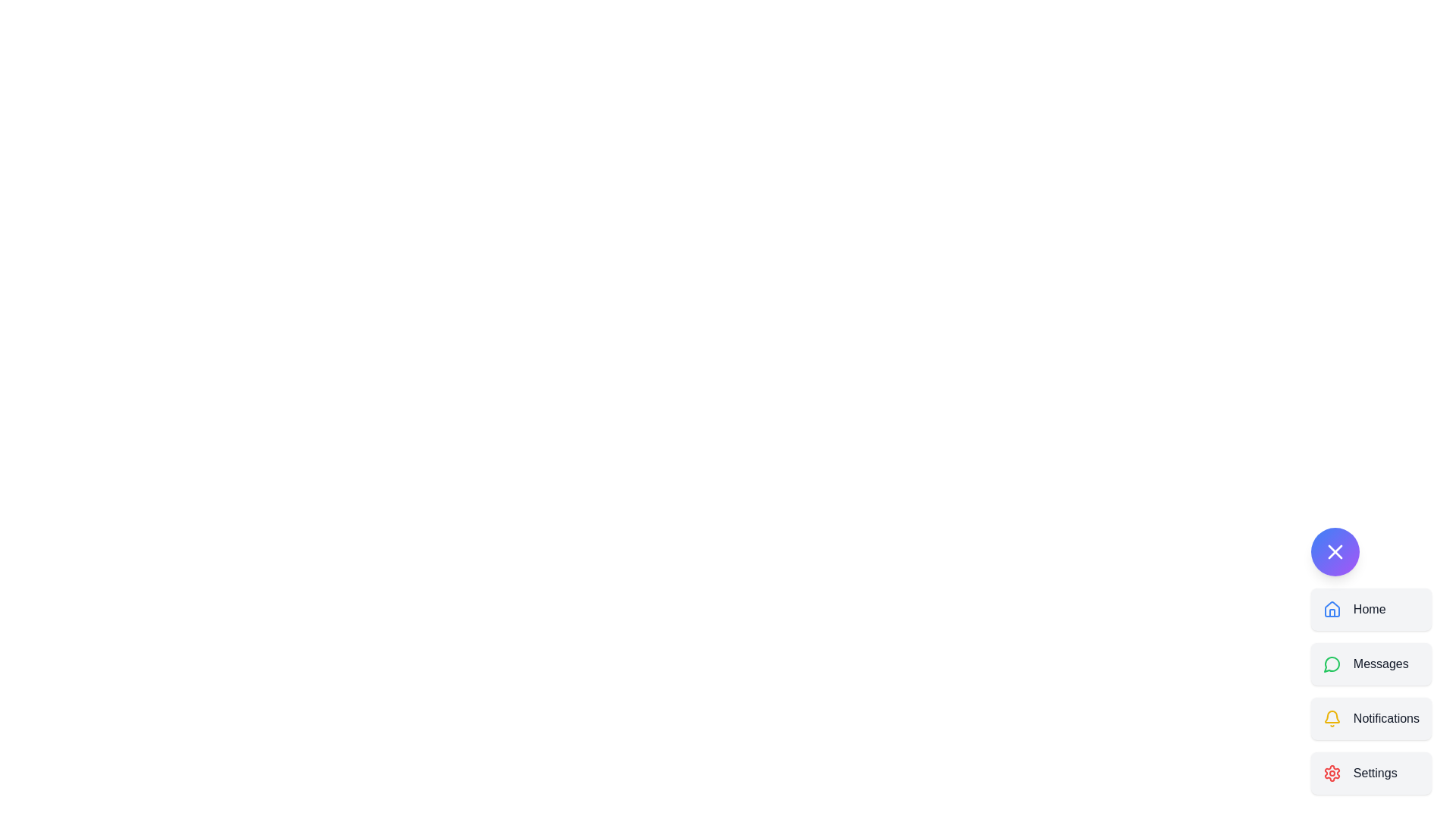  Describe the element at coordinates (1335, 552) in the screenshot. I see `the close button, which is an icon within a circular button located near the bottom-right corner of the interface, above the options 'Home', 'Messages', 'Notifications', and 'Settings'` at that location.